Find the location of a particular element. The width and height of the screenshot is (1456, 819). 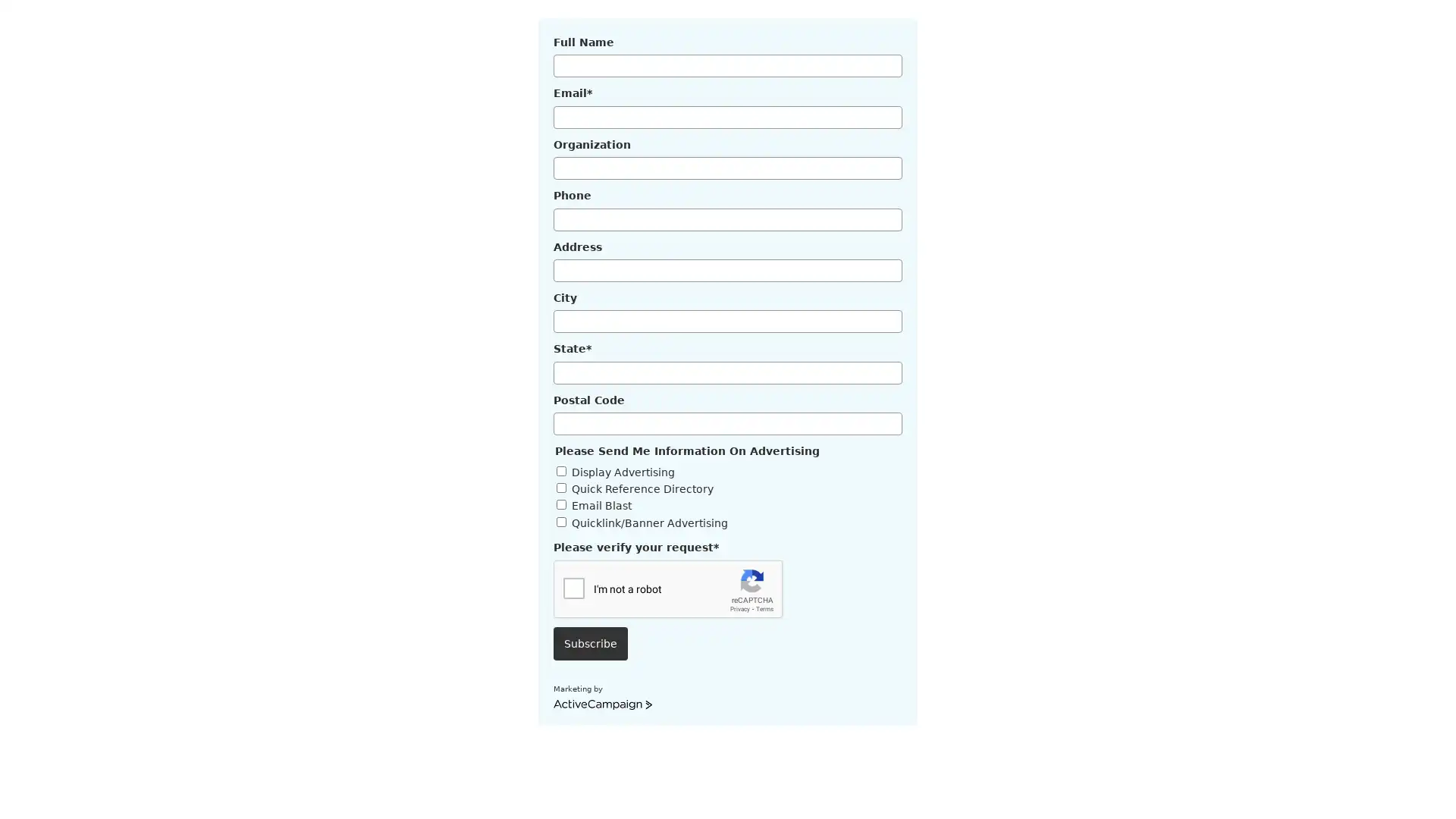

Subscribe is located at coordinates (589, 643).